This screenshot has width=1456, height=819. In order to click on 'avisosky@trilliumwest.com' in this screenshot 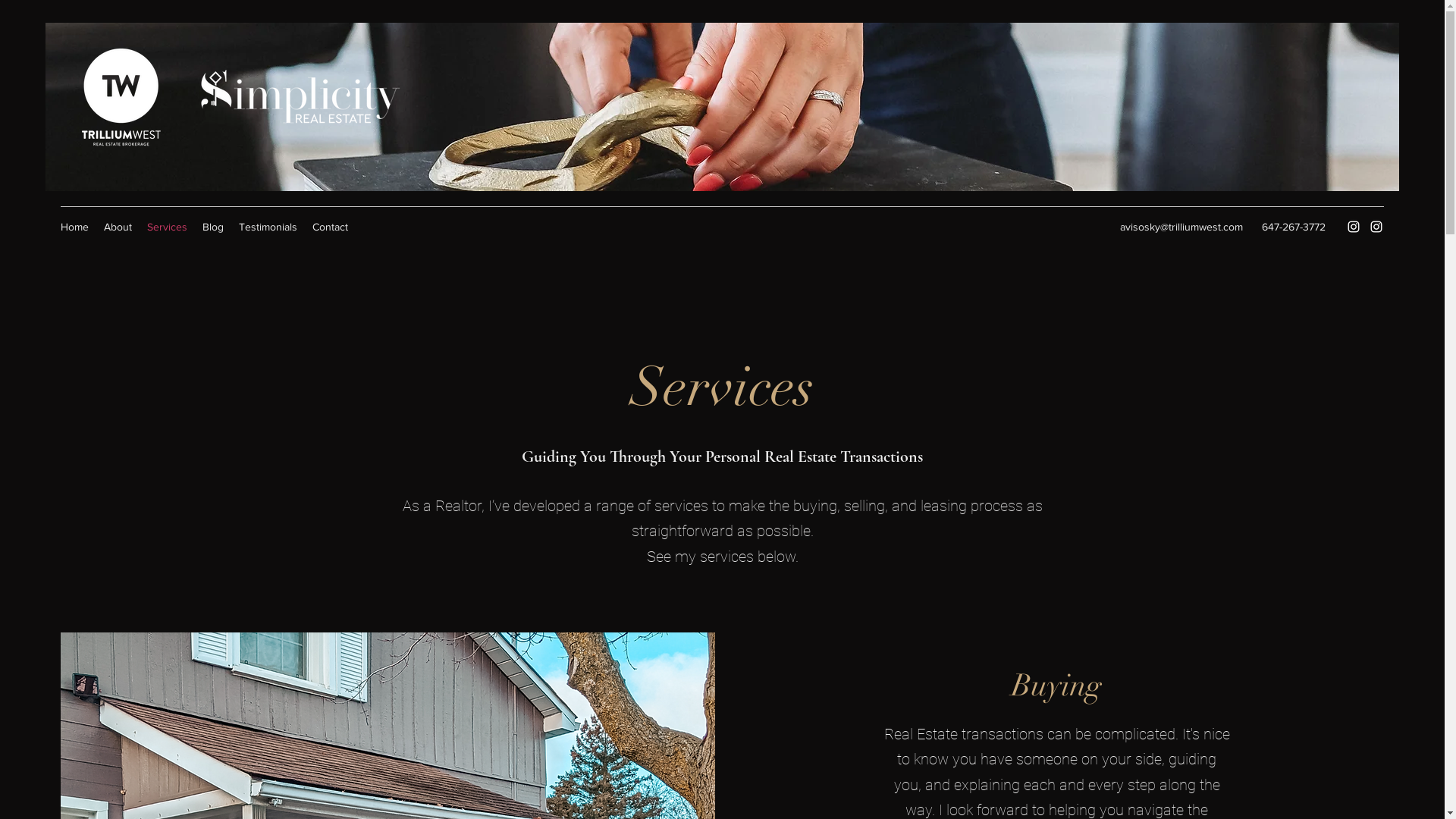, I will do `click(1120, 227)`.